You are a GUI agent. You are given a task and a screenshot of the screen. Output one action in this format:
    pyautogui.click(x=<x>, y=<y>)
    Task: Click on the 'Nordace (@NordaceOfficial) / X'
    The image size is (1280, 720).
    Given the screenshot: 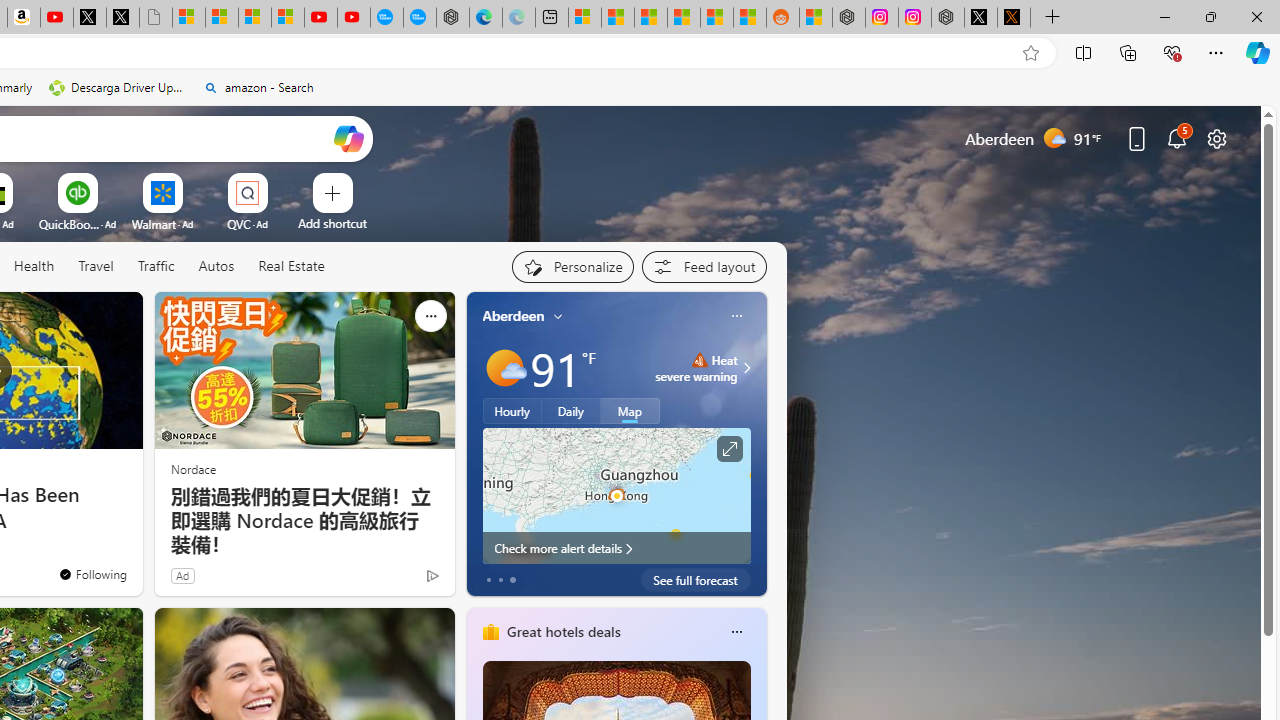 What is the action you would take?
    pyautogui.click(x=981, y=17)
    